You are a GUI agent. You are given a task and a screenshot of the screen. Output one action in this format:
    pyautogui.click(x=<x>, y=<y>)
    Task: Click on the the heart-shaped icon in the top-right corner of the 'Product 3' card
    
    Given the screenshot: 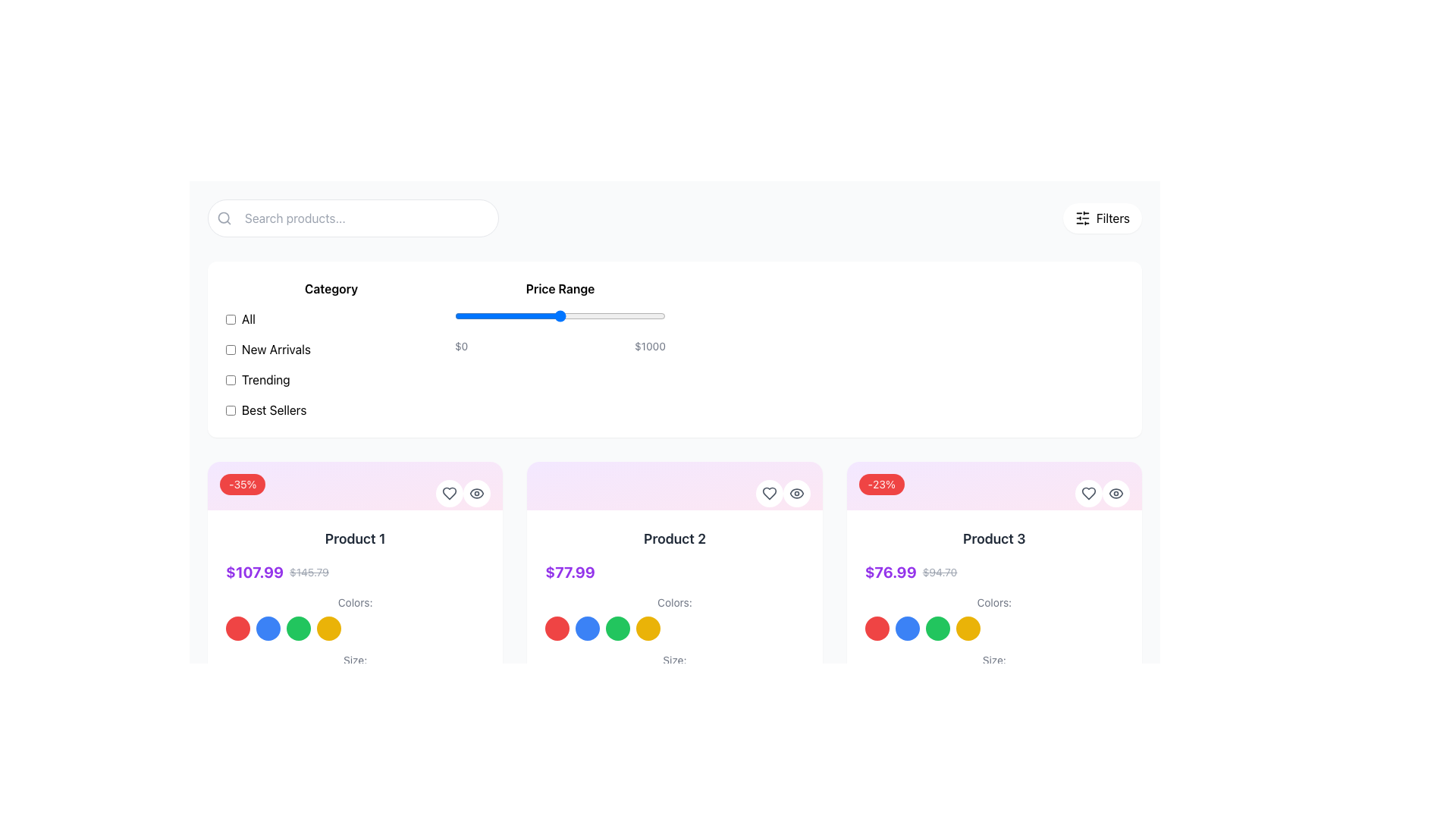 What is the action you would take?
    pyautogui.click(x=1087, y=494)
    